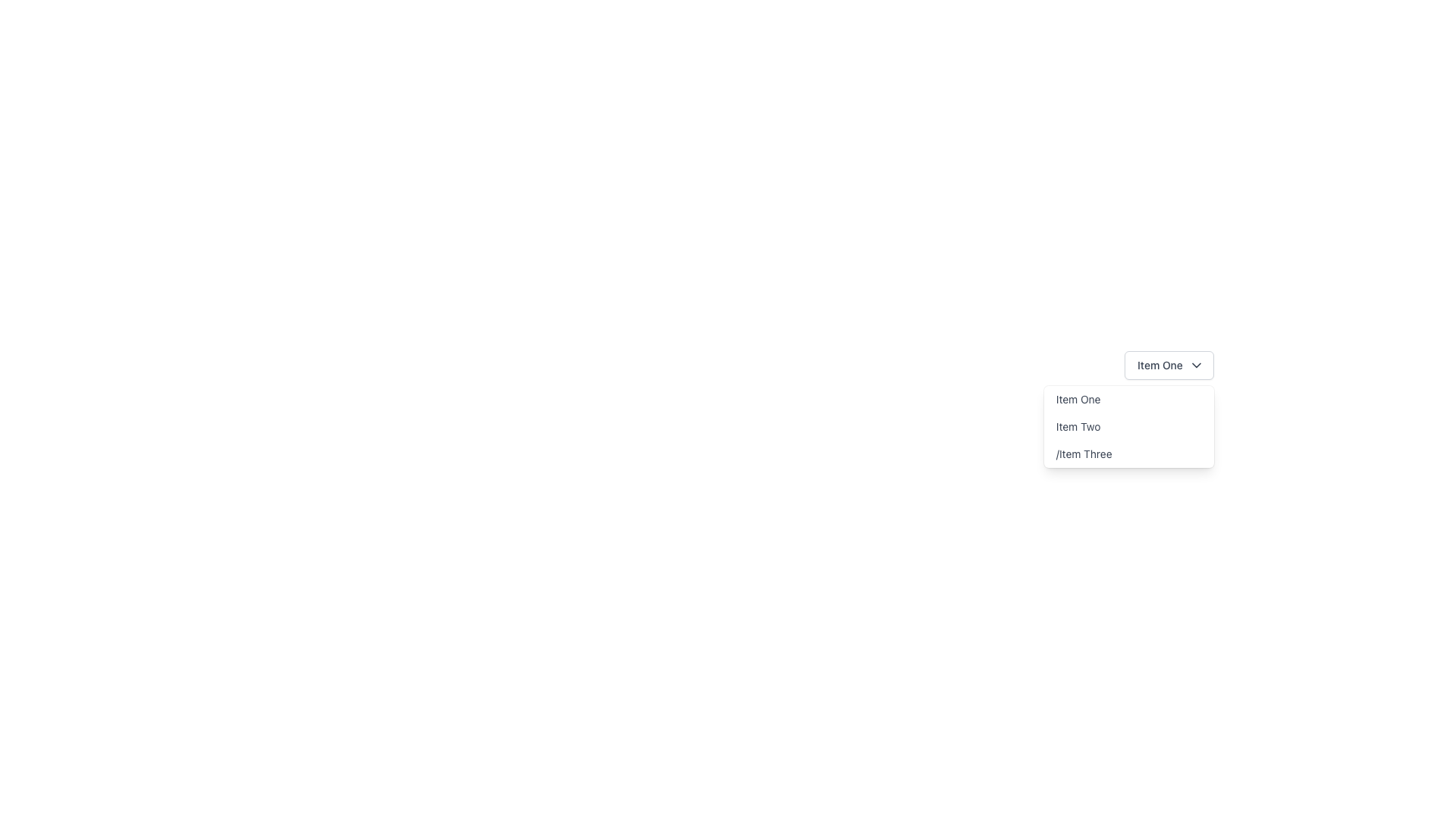 The image size is (1456, 819). What do you see at coordinates (1128, 399) in the screenshot?
I see `the menu item 'Item One' in the dropdown menu` at bounding box center [1128, 399].